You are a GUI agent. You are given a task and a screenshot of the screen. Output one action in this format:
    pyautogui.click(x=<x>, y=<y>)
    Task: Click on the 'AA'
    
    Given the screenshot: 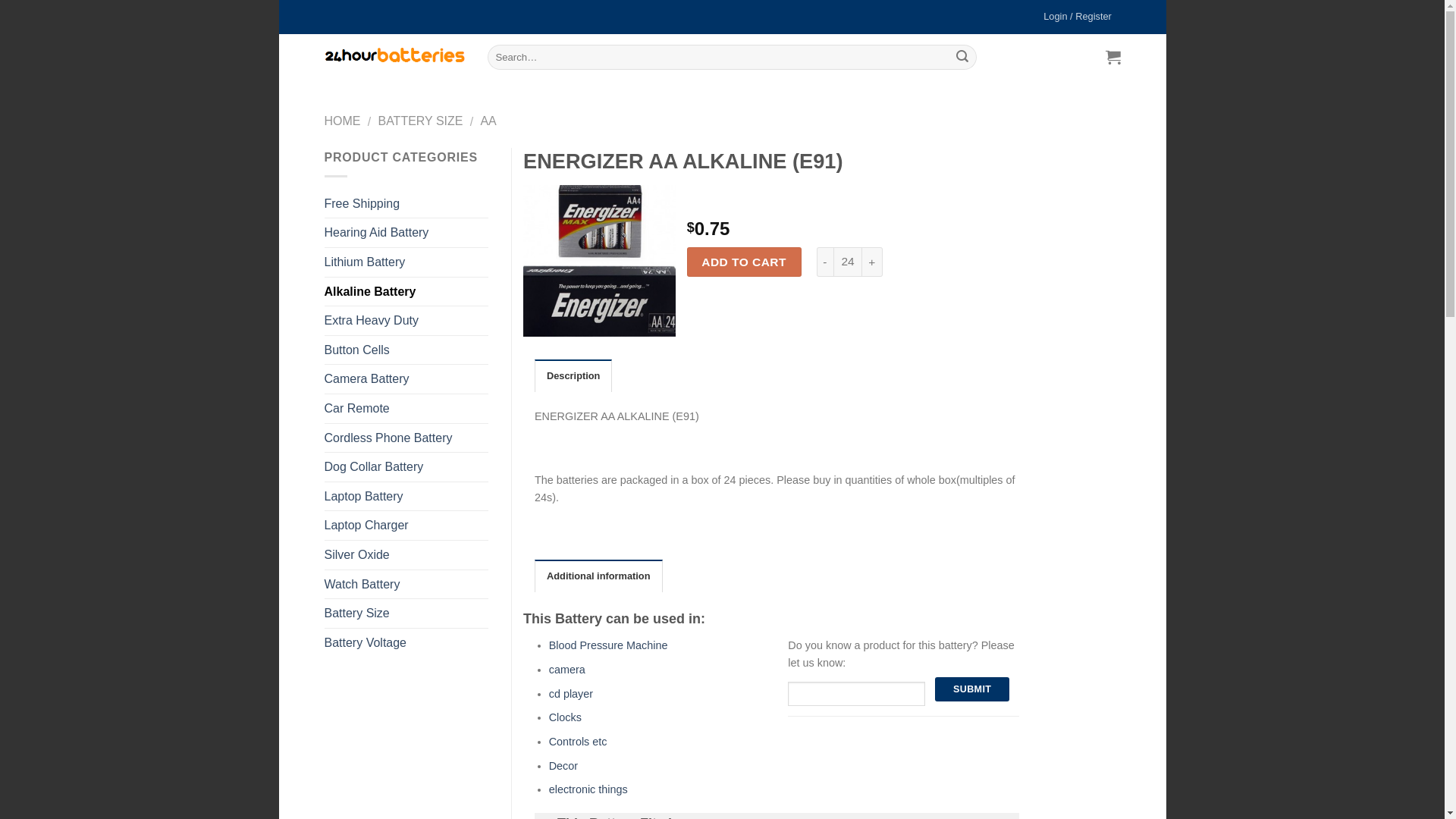 What is the action you would take?
    pyautogui.click(x=479, y=120)
    